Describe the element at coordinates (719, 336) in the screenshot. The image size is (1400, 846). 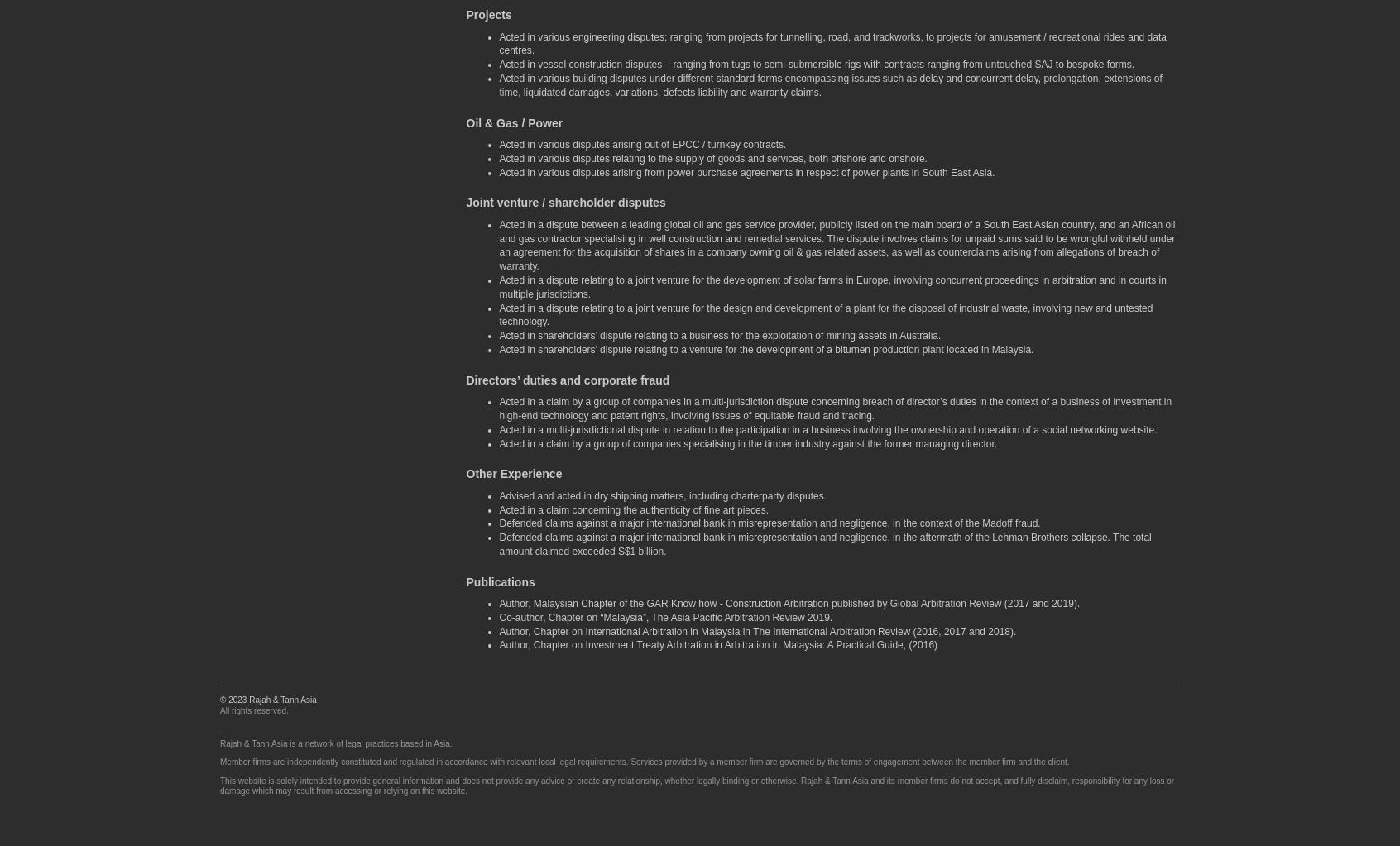
I see `'Acted in shareholders’ dispute relating to a business for the exploitation of mining assets in Australia.'` at that location.